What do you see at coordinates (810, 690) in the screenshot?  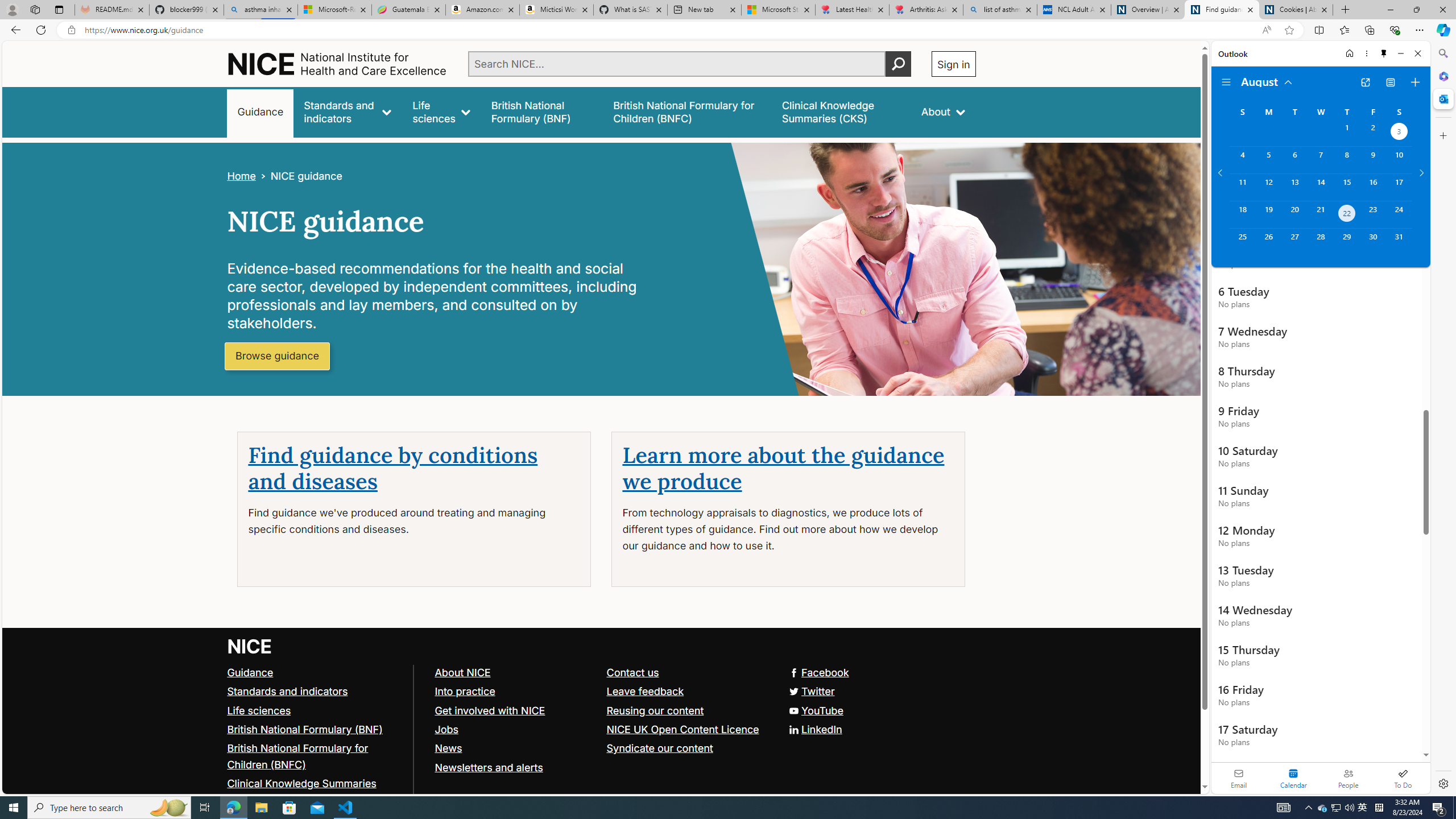 I see `'Twitter'` at bounding box center [810, 690].